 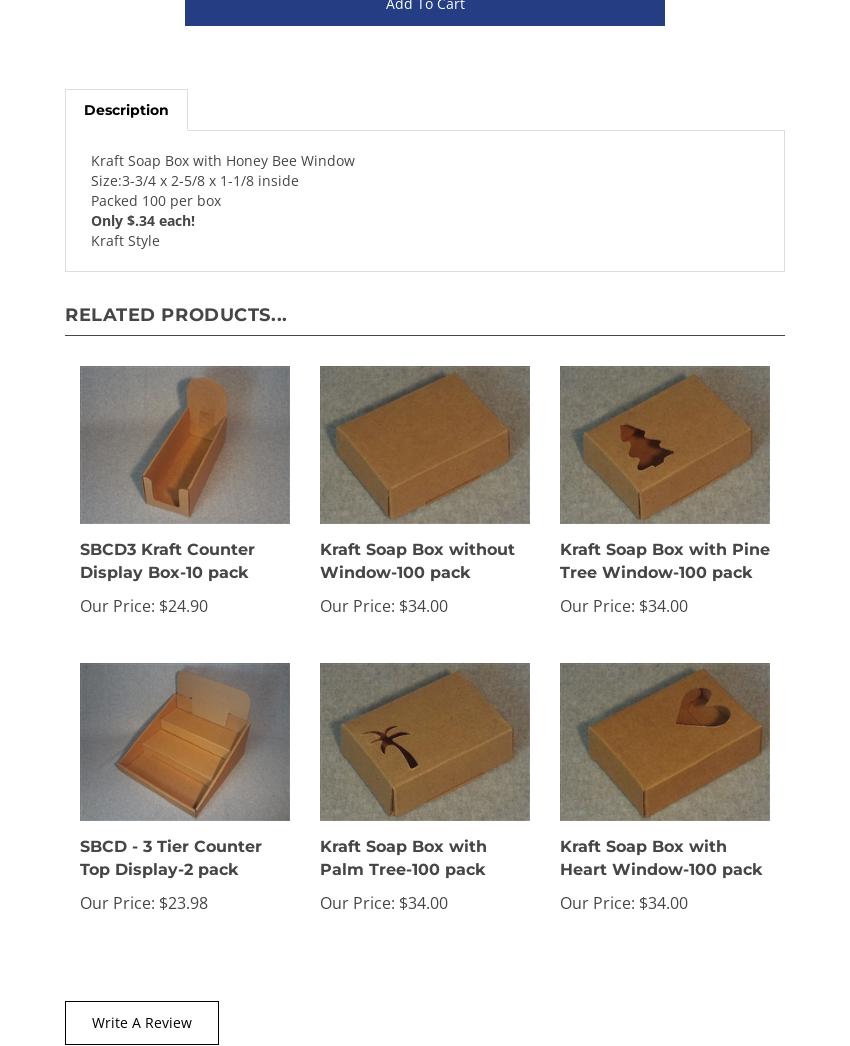 What do you see at coordinates (223, 160) in the screenshot?
I see `'Kraft Soap Box with Honey Bee Window'` at bounding box center [223, 160].